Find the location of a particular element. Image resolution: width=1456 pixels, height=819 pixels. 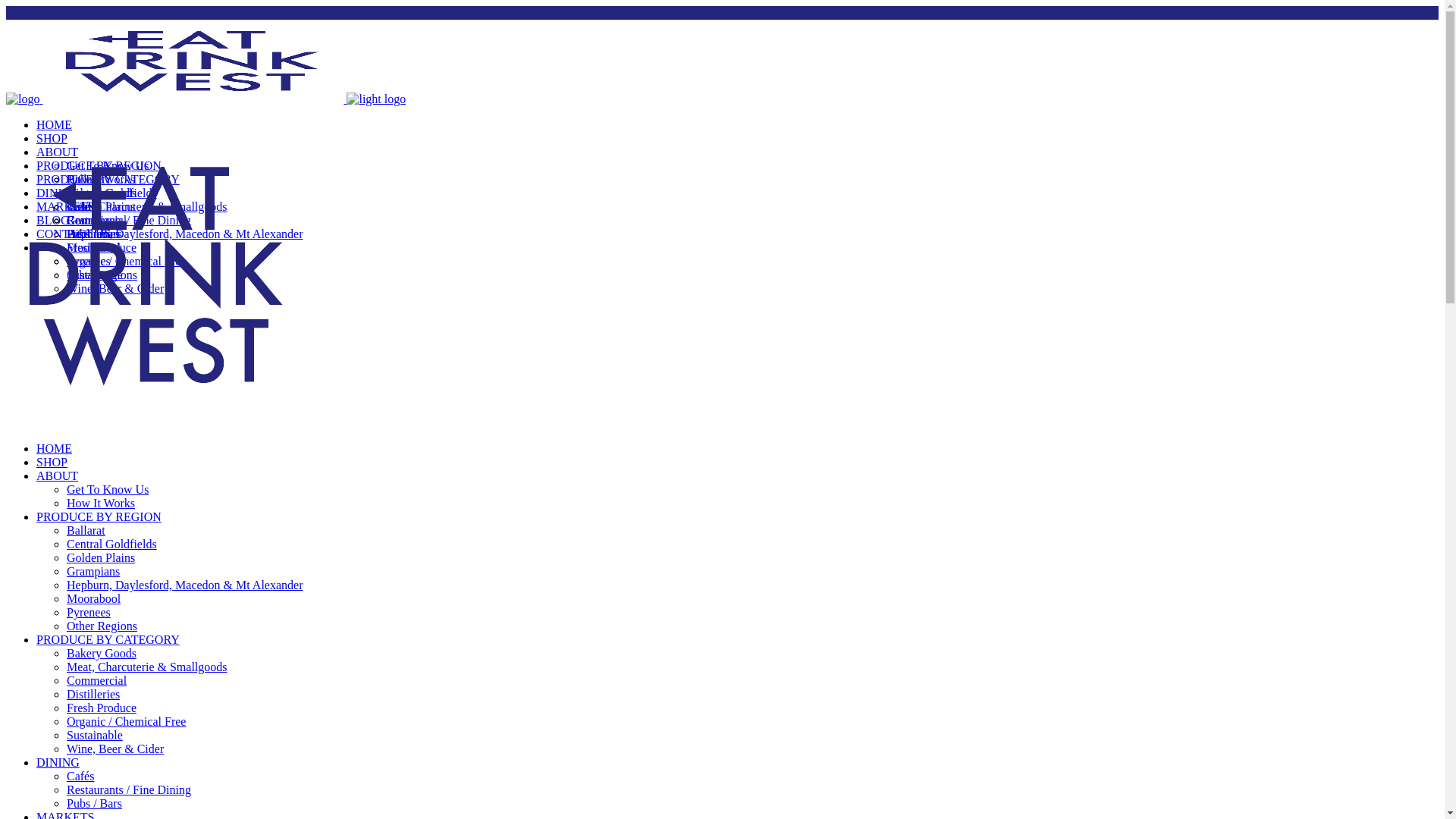

'Meat, Charcuterie & Smallgoods' is located at coordinates (146, 206).